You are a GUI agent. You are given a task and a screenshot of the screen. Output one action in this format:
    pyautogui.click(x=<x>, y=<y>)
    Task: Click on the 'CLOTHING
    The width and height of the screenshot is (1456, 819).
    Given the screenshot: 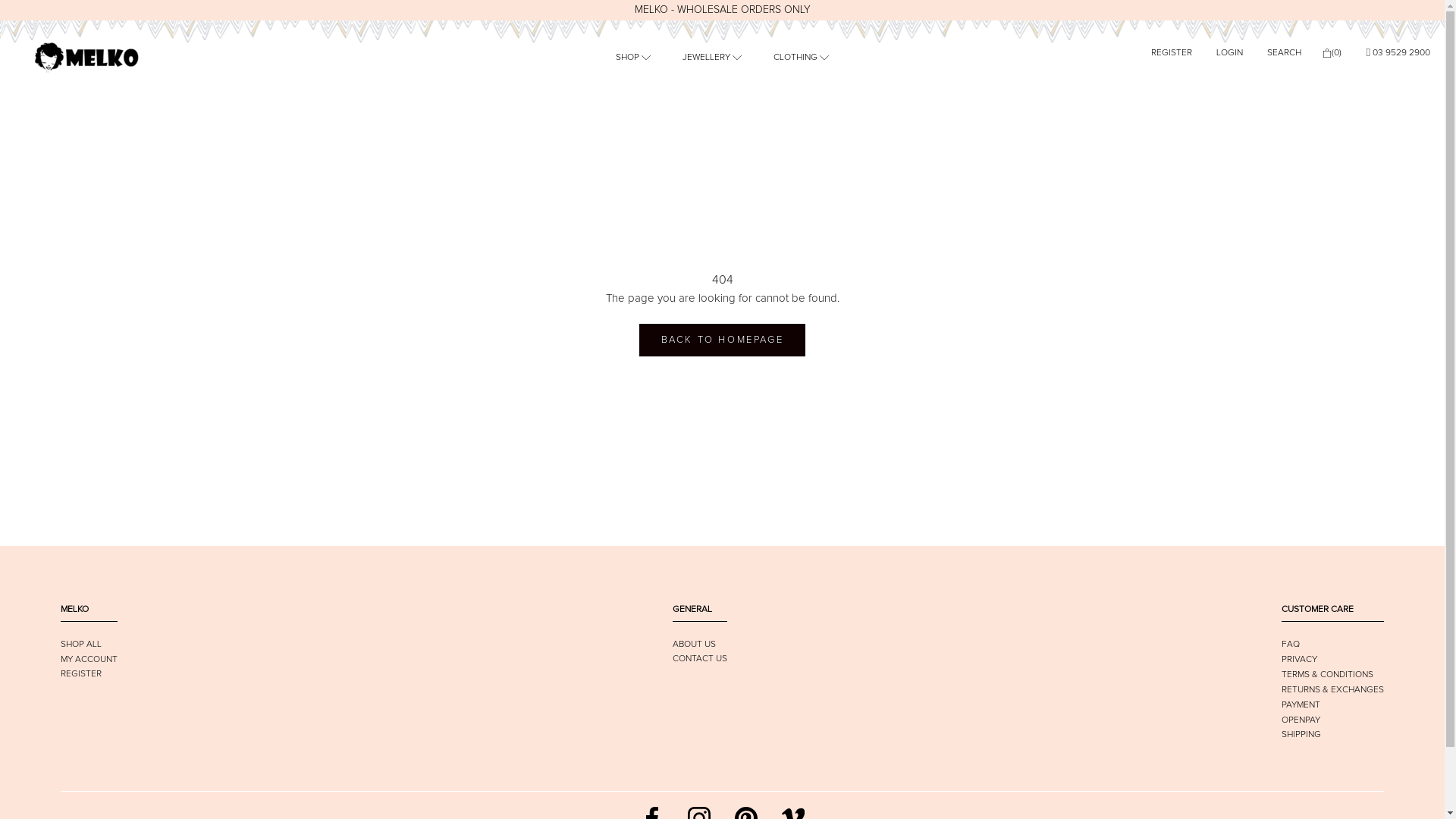 What is the action you would take?
    pyautogui.click(x=800, y=57)
    